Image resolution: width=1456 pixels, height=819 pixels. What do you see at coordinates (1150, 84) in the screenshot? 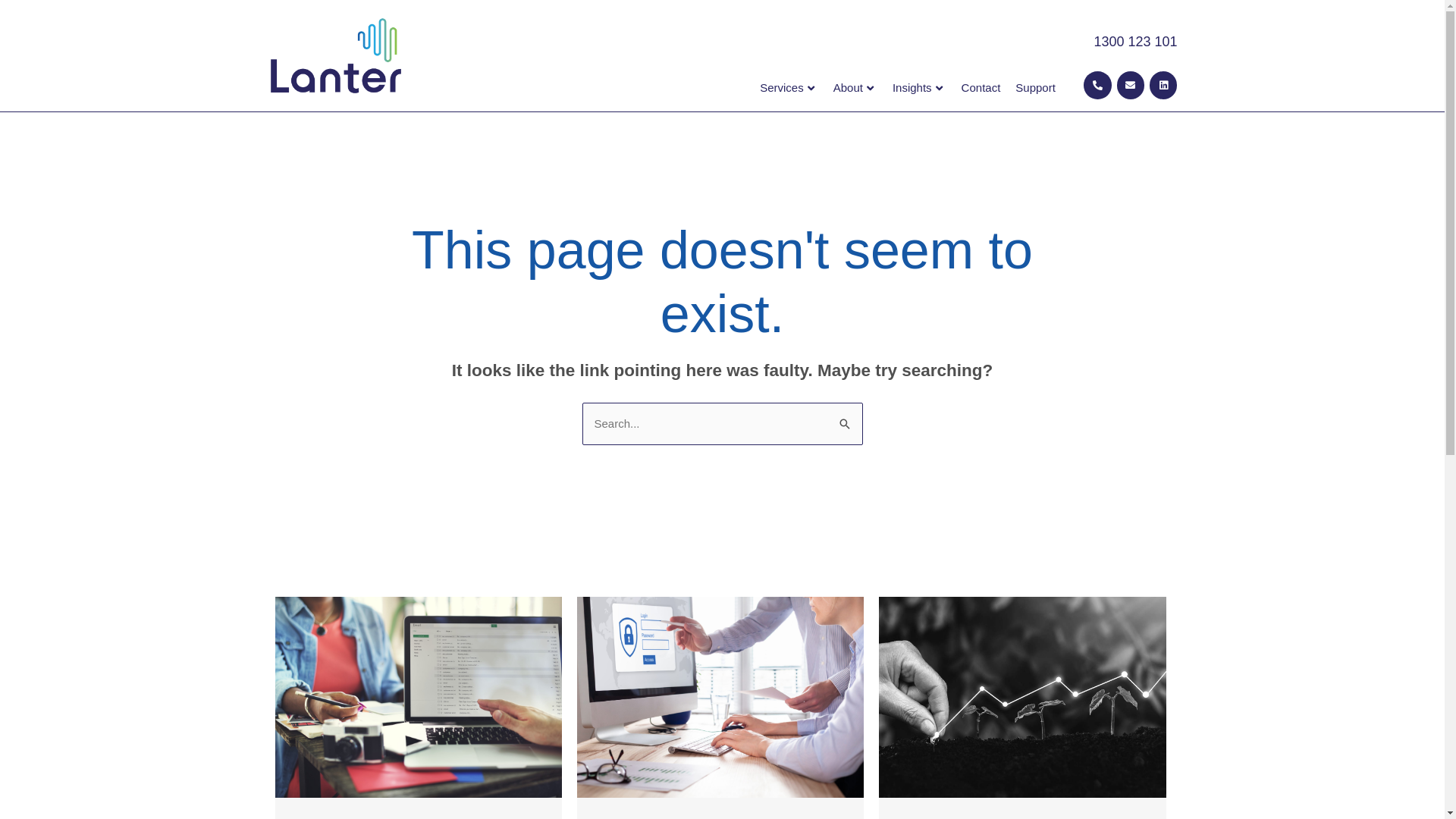
I see `'Linkedin'` at bounding box center [1150, 84].